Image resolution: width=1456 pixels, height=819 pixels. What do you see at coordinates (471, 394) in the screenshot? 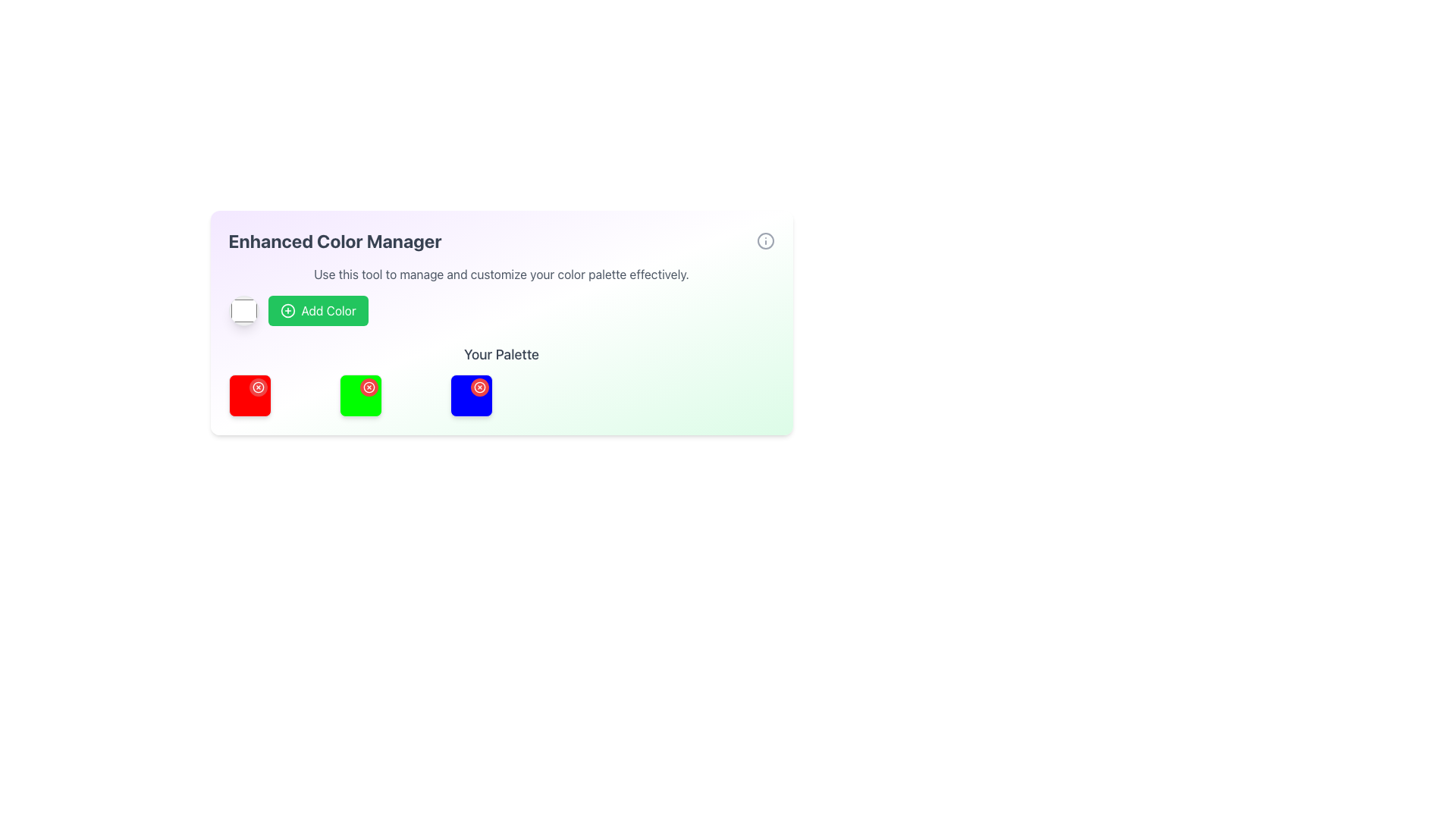
I see `the third interactive color palette item, which is a blue square with a rounded border and a red circular icon with a white 'X' in the top-right corner` at bounding box center [471, 394].